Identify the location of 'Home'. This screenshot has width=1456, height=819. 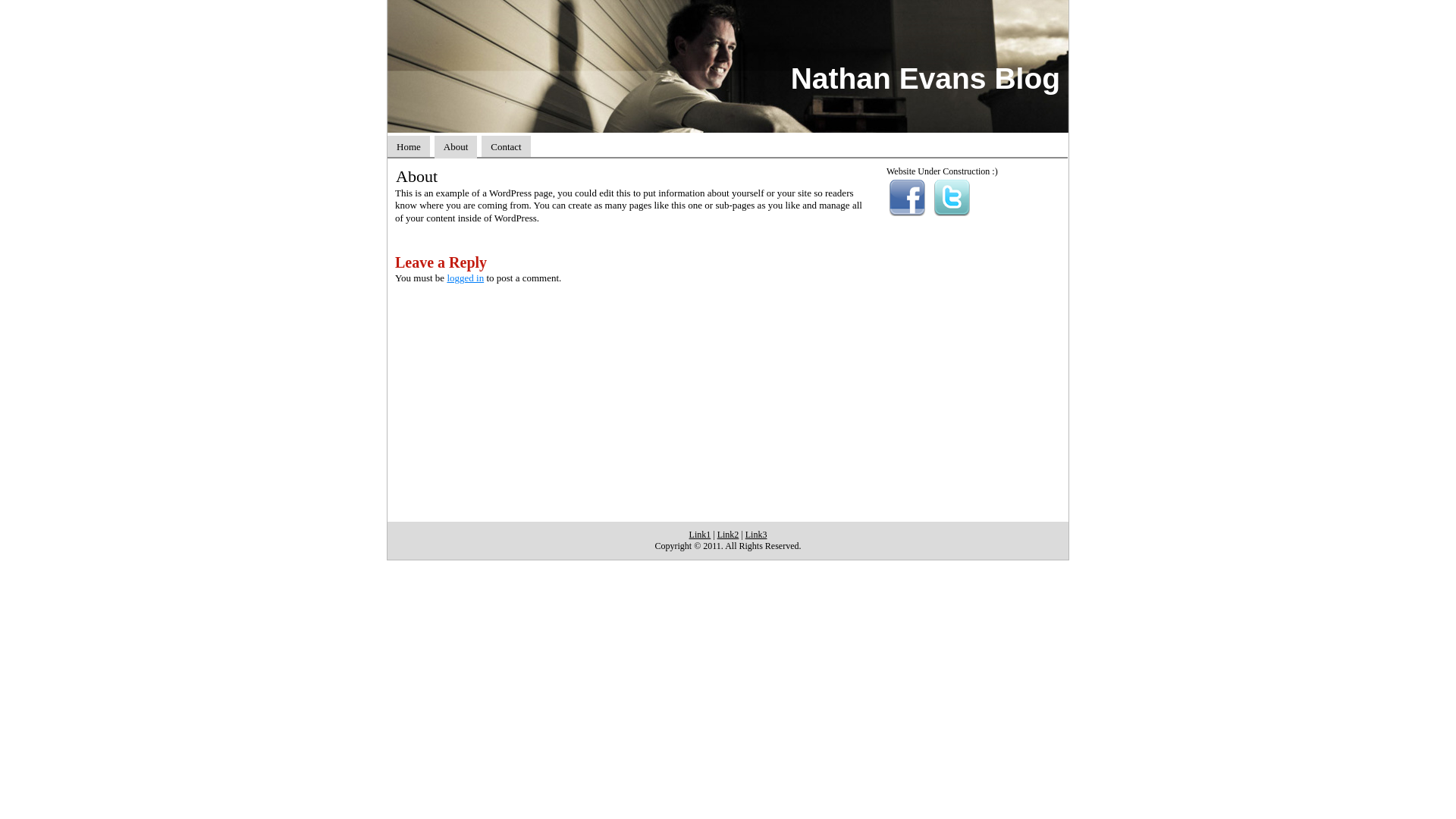
(408, 146).